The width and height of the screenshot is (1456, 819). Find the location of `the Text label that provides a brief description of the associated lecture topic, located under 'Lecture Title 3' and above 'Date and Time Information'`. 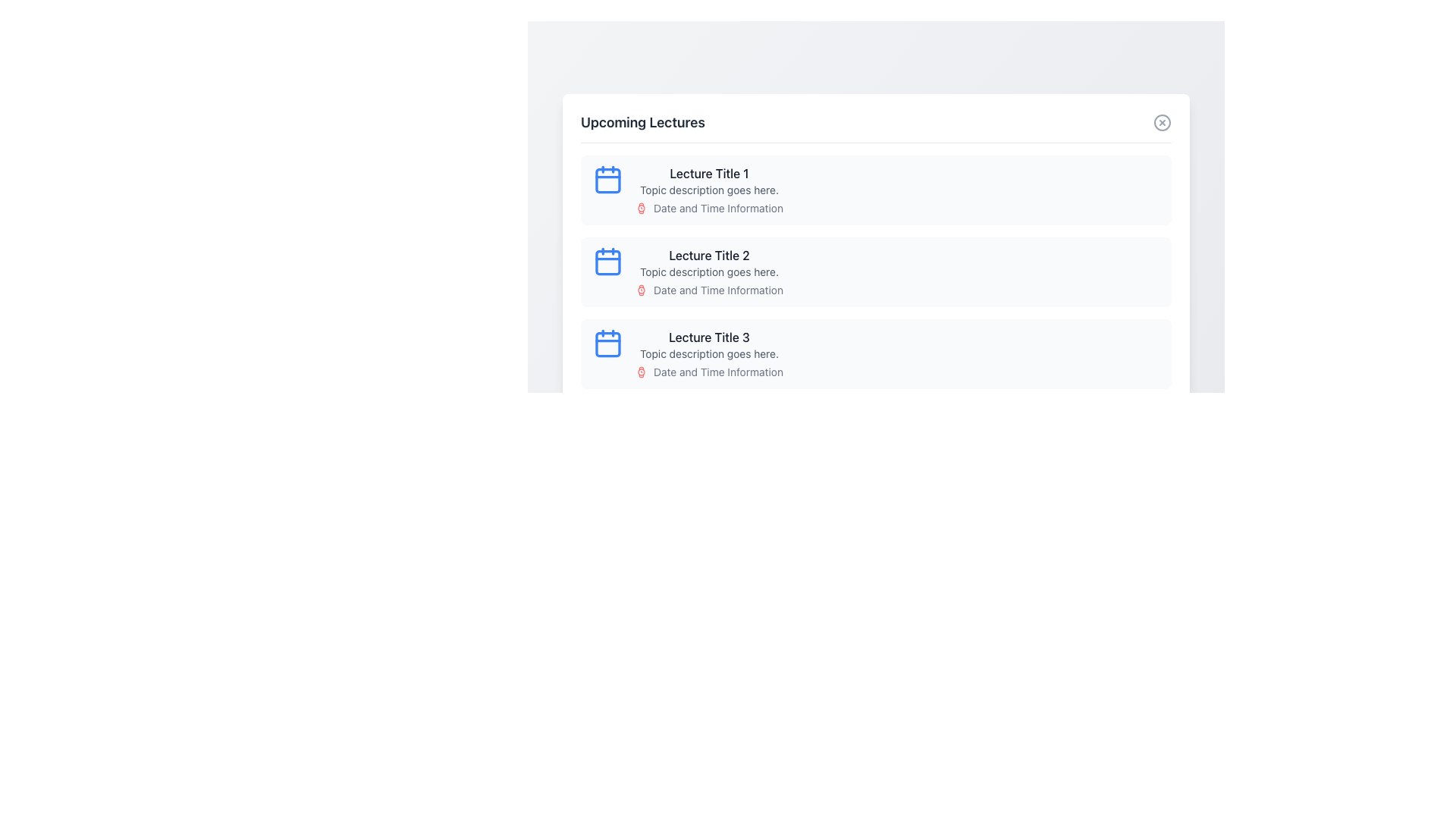

the Text label that provides a brief description of the associated lecture topic, located under 'Lecture Title 3' and above 'Date and Time Information' is located at coordinates (708, 353).